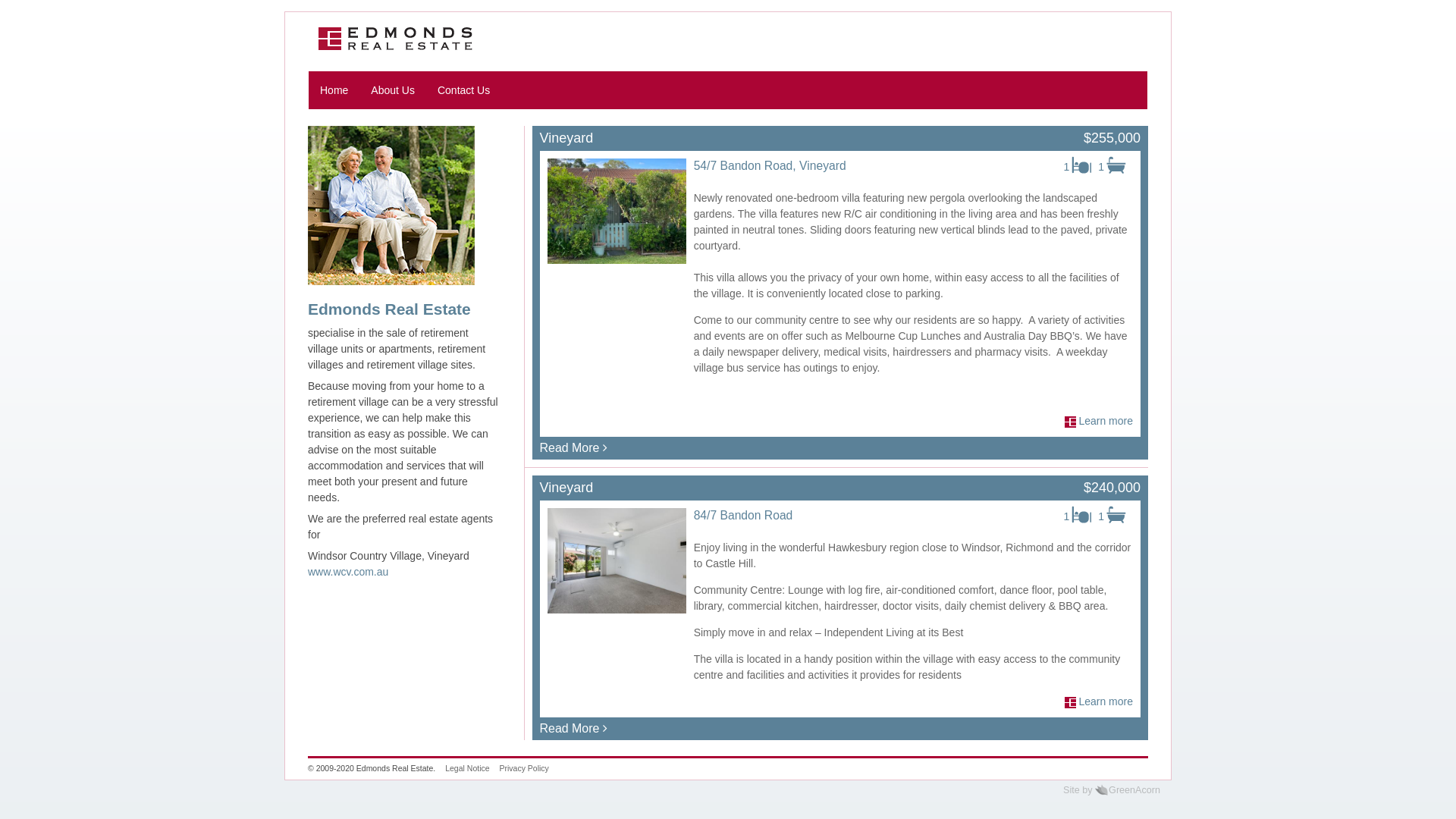 This screenshot has height=819, width=1456. What do you see at coordinates (1101, 789) in the screenshot?
I see `'GreenAcorn'` at bounding box center [1101, 789].